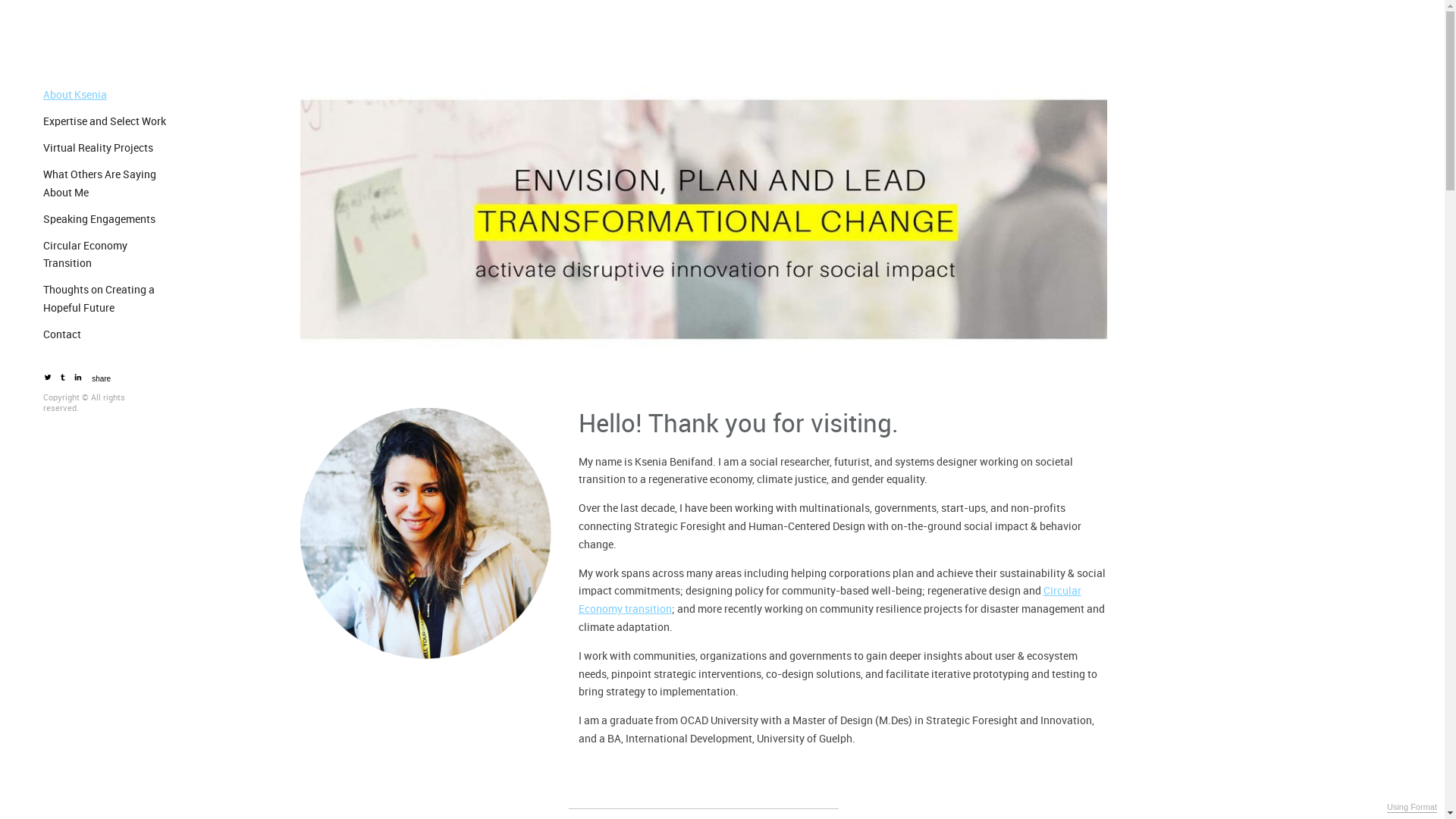 This screenshot has width=1456, height=819. What do you see at coordinates (109, 254) in the screenshot?
I see `'Circular Economy Transition'` at bounding box center [109, 254].